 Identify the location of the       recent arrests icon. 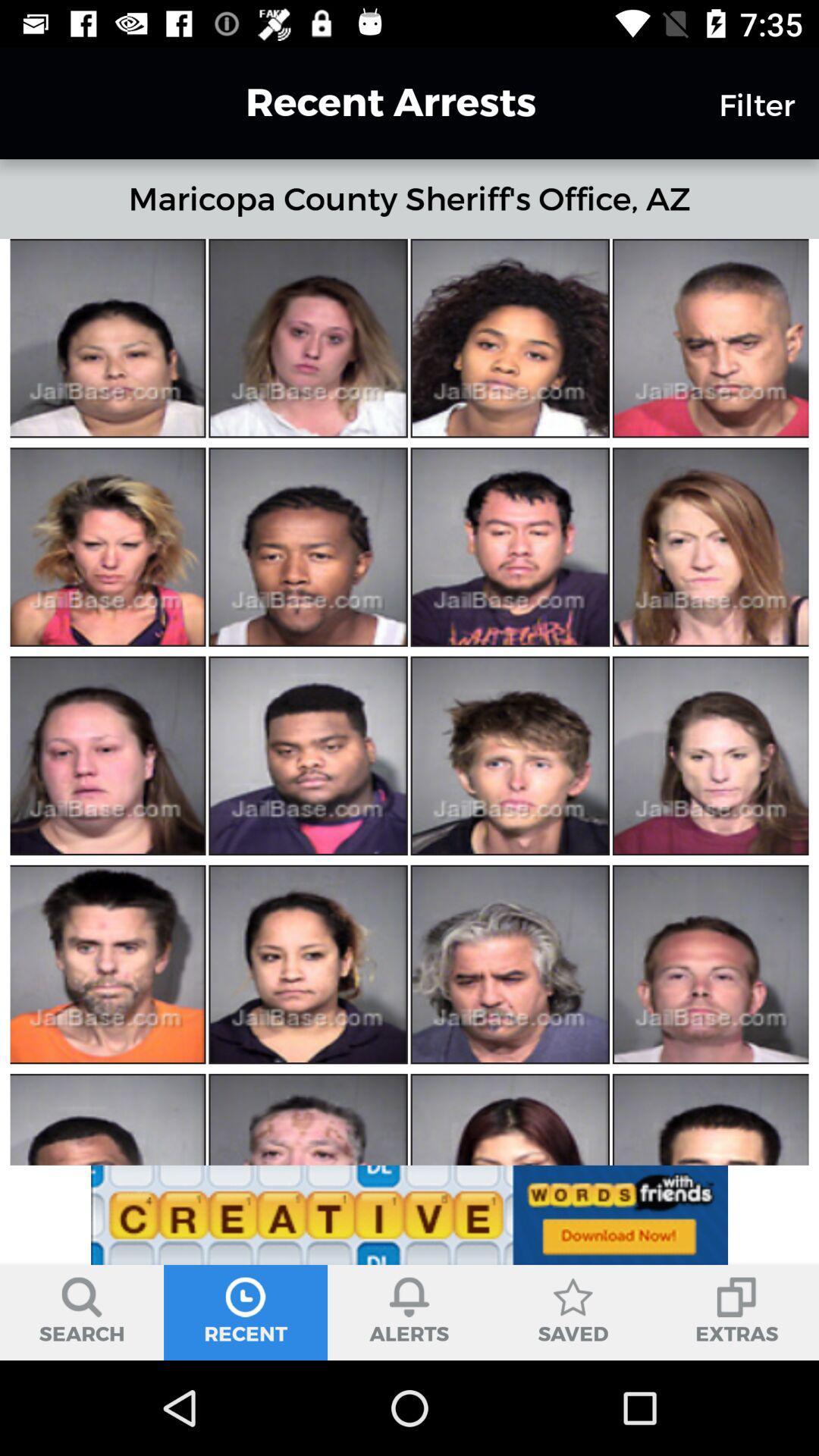
(363, 102).